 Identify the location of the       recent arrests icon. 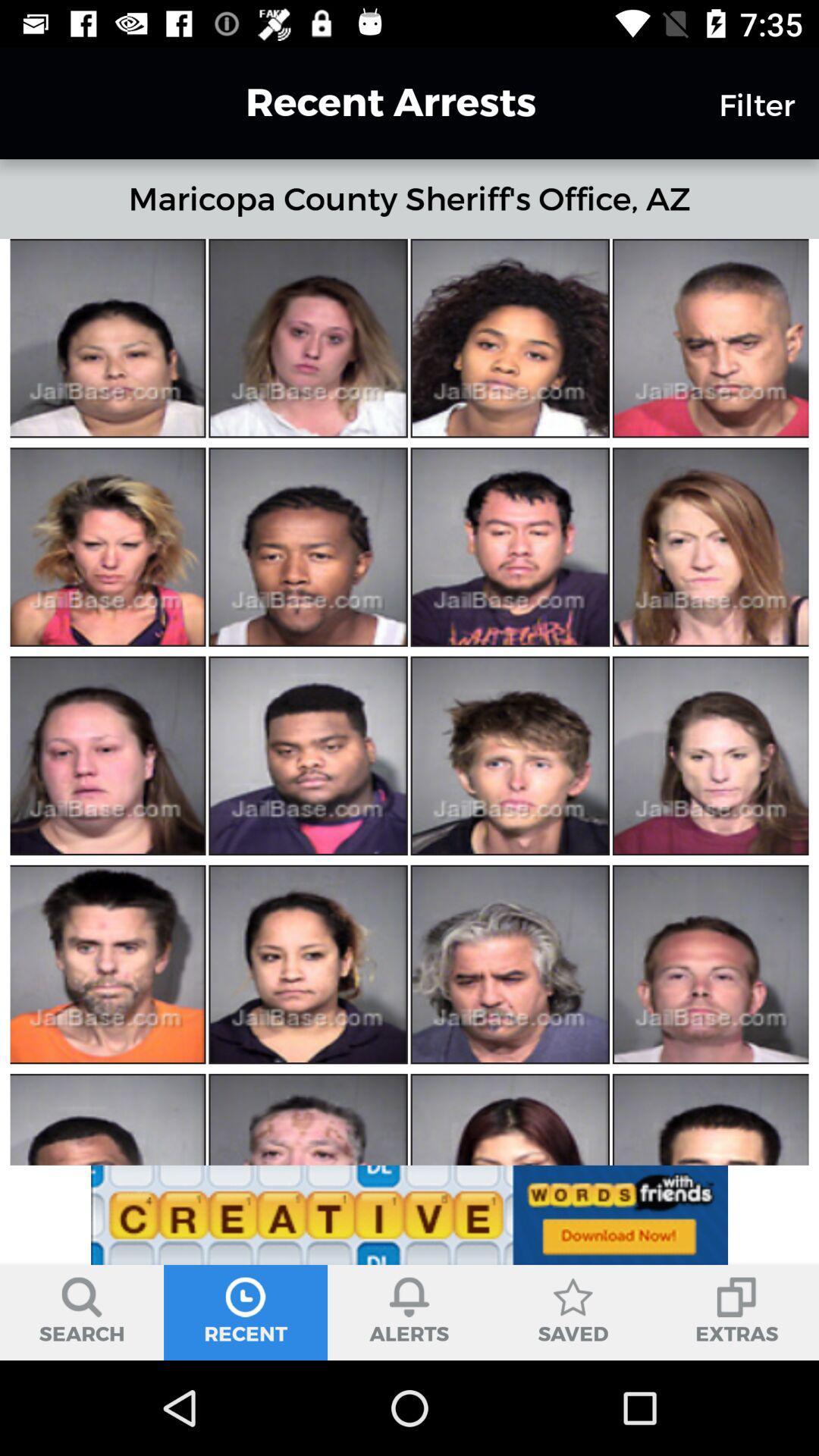
(363, 102).